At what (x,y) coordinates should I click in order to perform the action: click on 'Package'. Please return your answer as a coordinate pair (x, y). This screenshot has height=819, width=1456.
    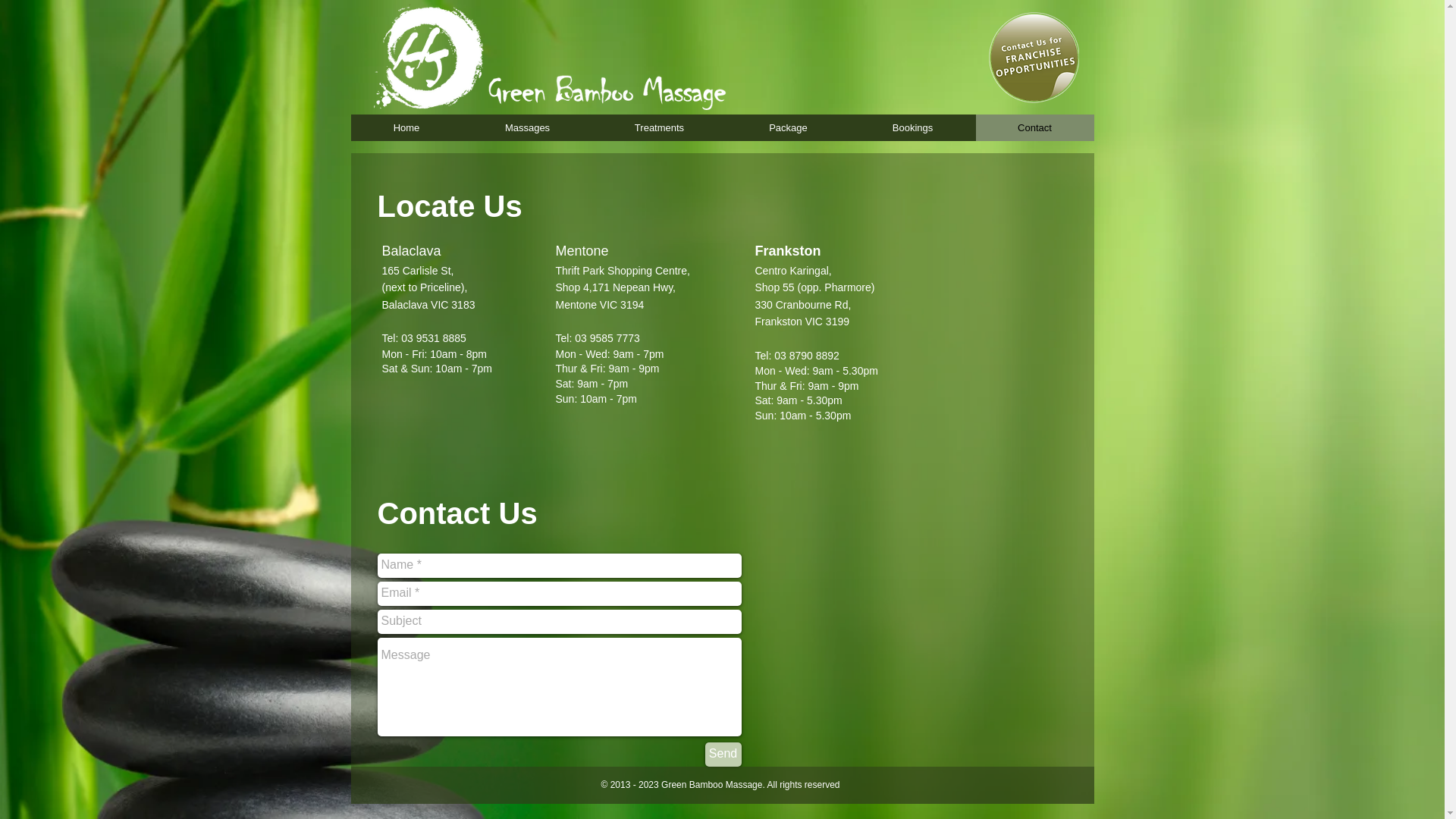
    Looking at the image, I should click on (788, 127).